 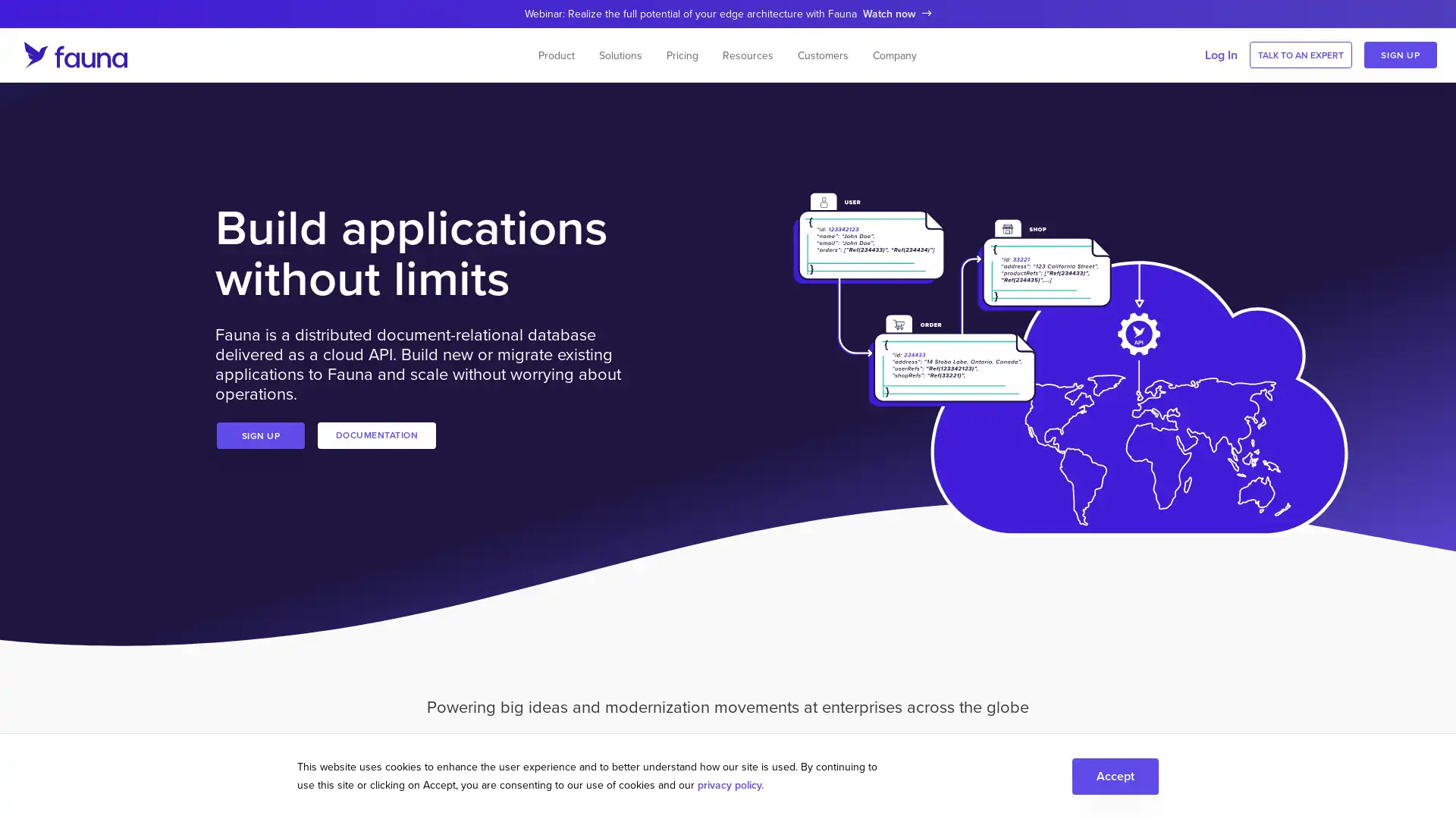 I want to click on accept cookie, so click(x=1115, y=775).